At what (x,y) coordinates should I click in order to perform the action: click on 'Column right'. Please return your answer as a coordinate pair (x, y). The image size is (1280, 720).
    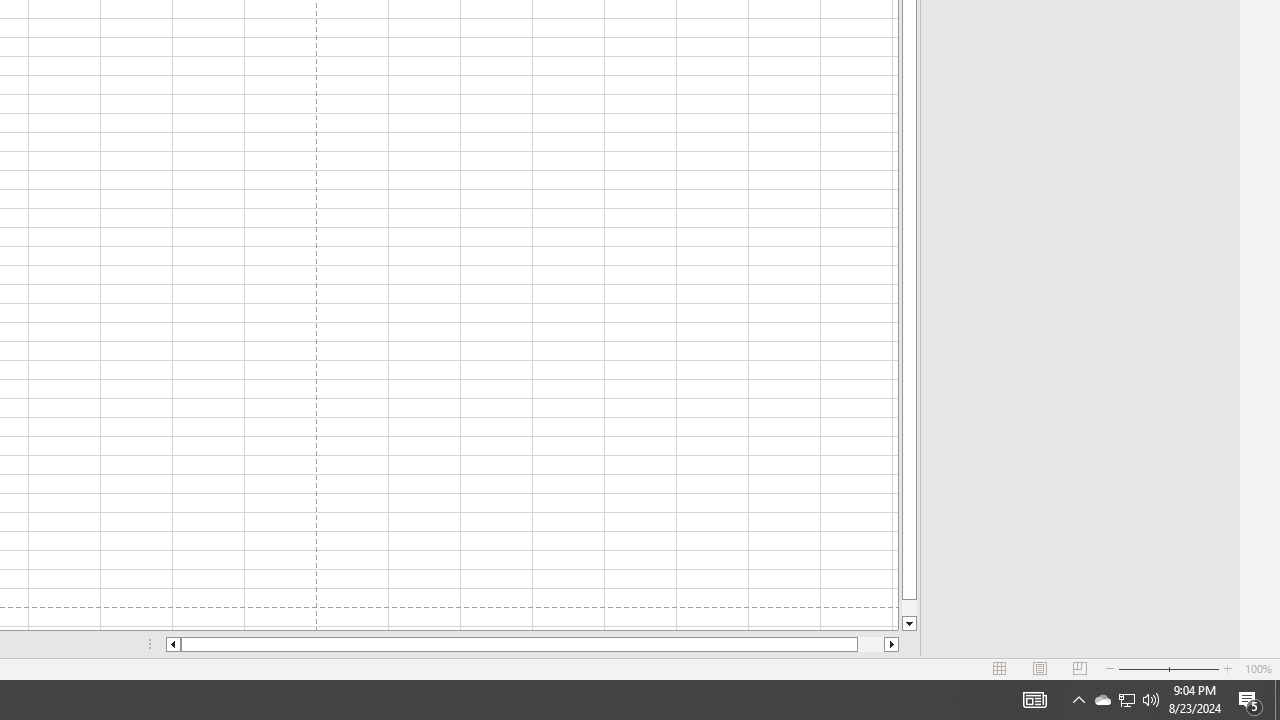
    Looking at the image, I should click on (891, 644).